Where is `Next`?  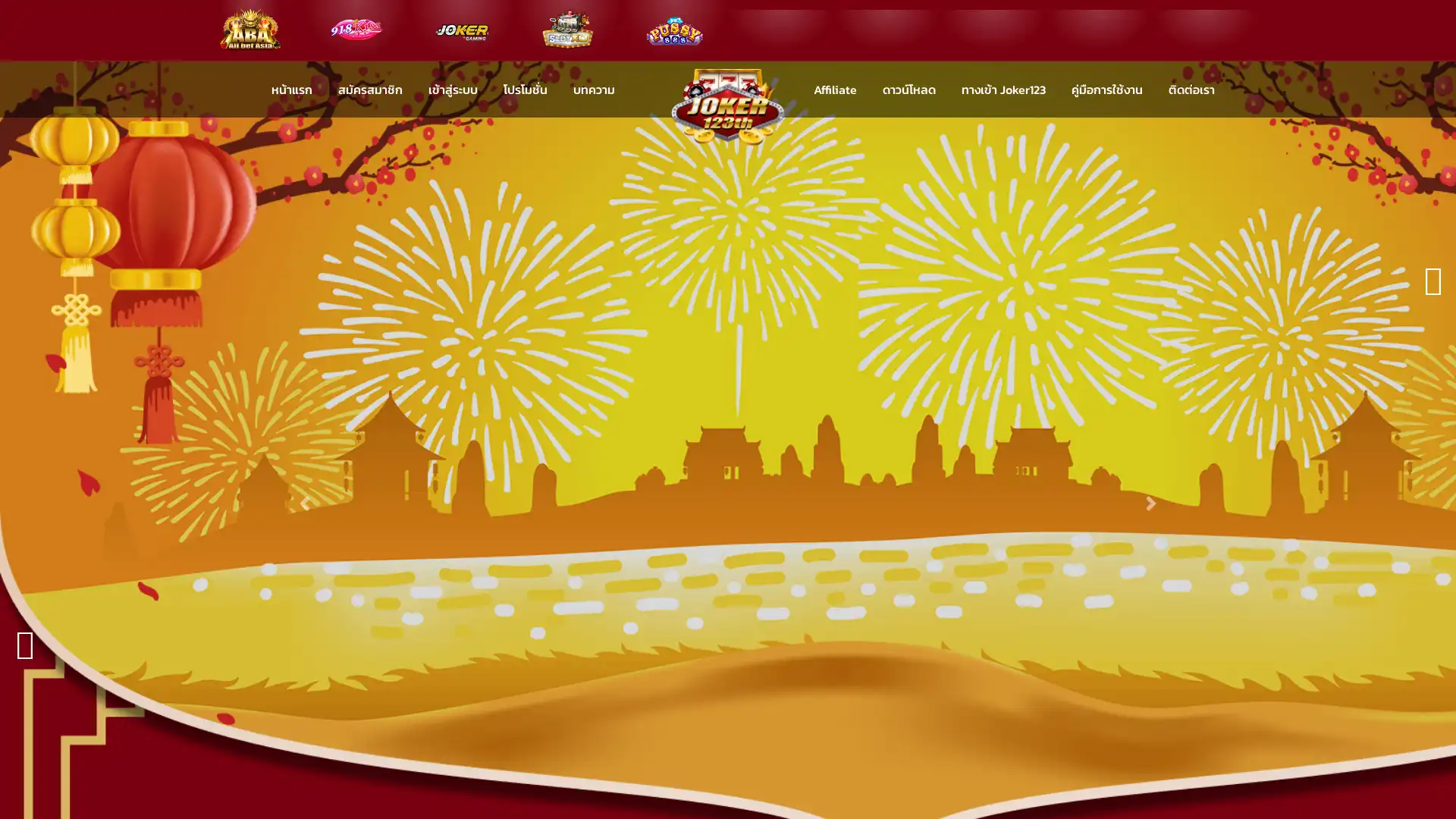
Next is located at coordinates (1150, 420).